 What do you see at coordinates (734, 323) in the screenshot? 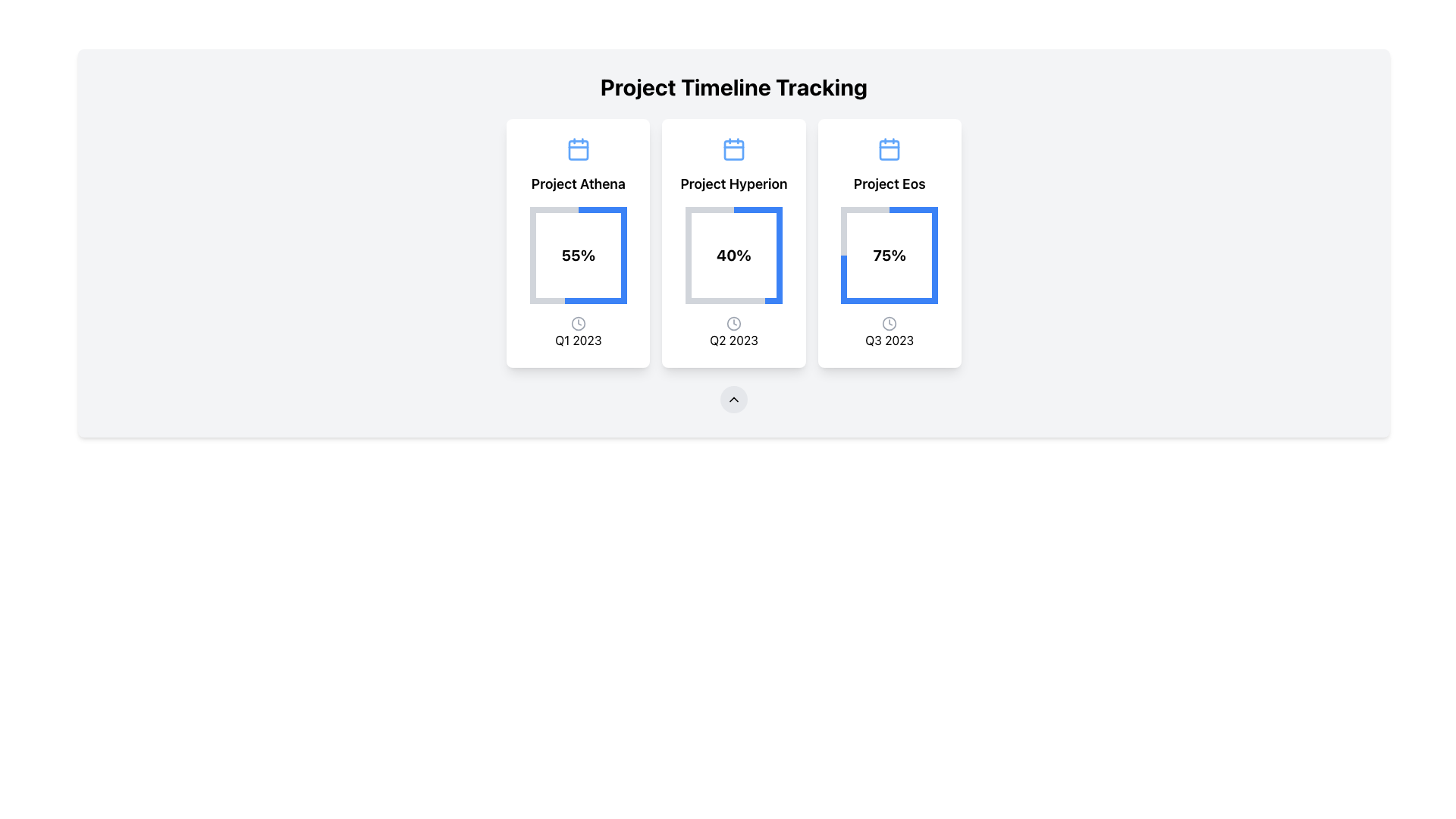
I see `the clock icon located in the center of the third card in the three-card layout, which is styled in a simple line-art design and is positioned below the progress graphic of 'Project Hyperion'` at bounding box center [734, 323].